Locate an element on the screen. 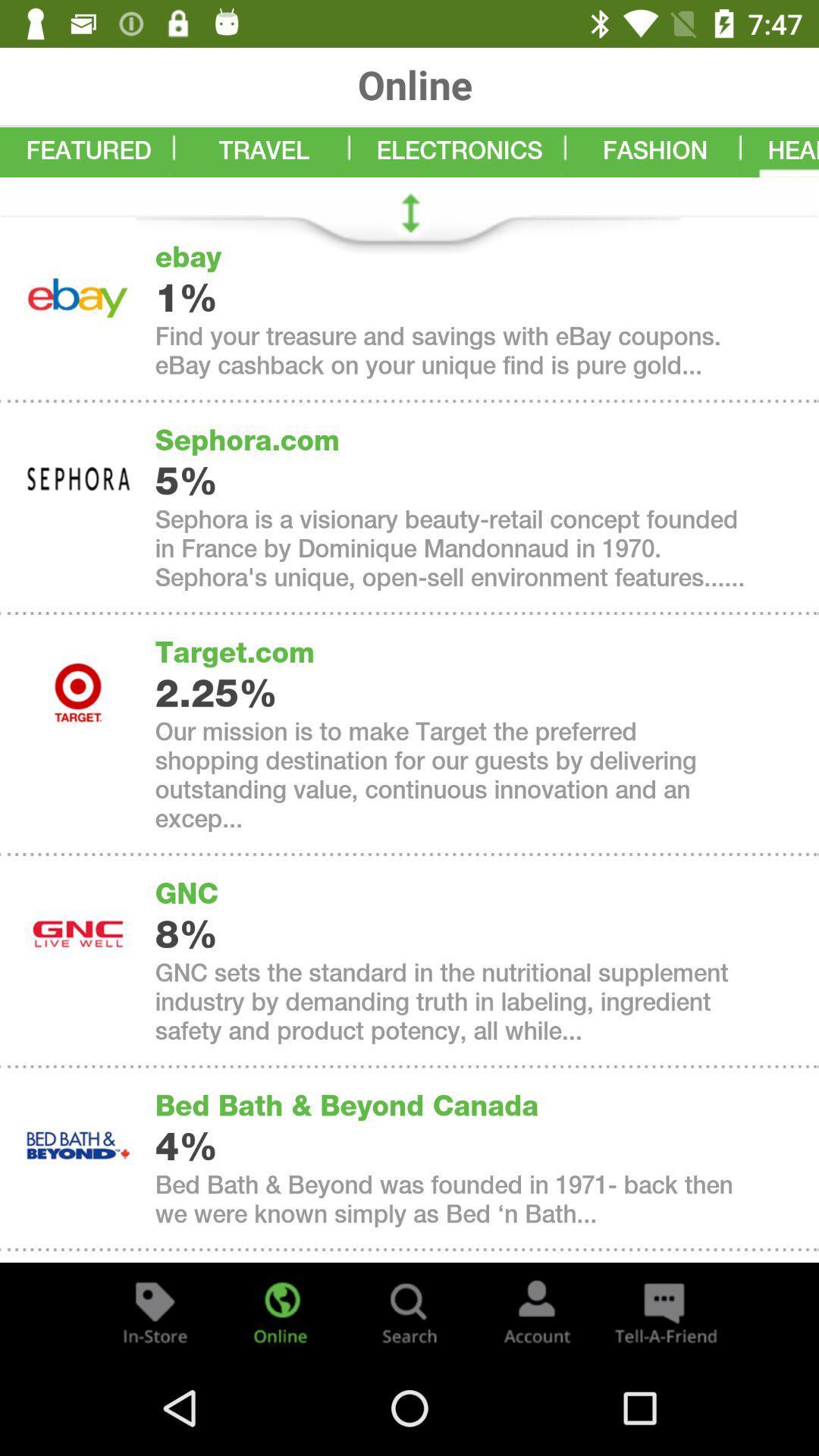 Image resolution: width=819 pixels, height=1456 pixels. the chat icon is located at coordinates (663, 1310).